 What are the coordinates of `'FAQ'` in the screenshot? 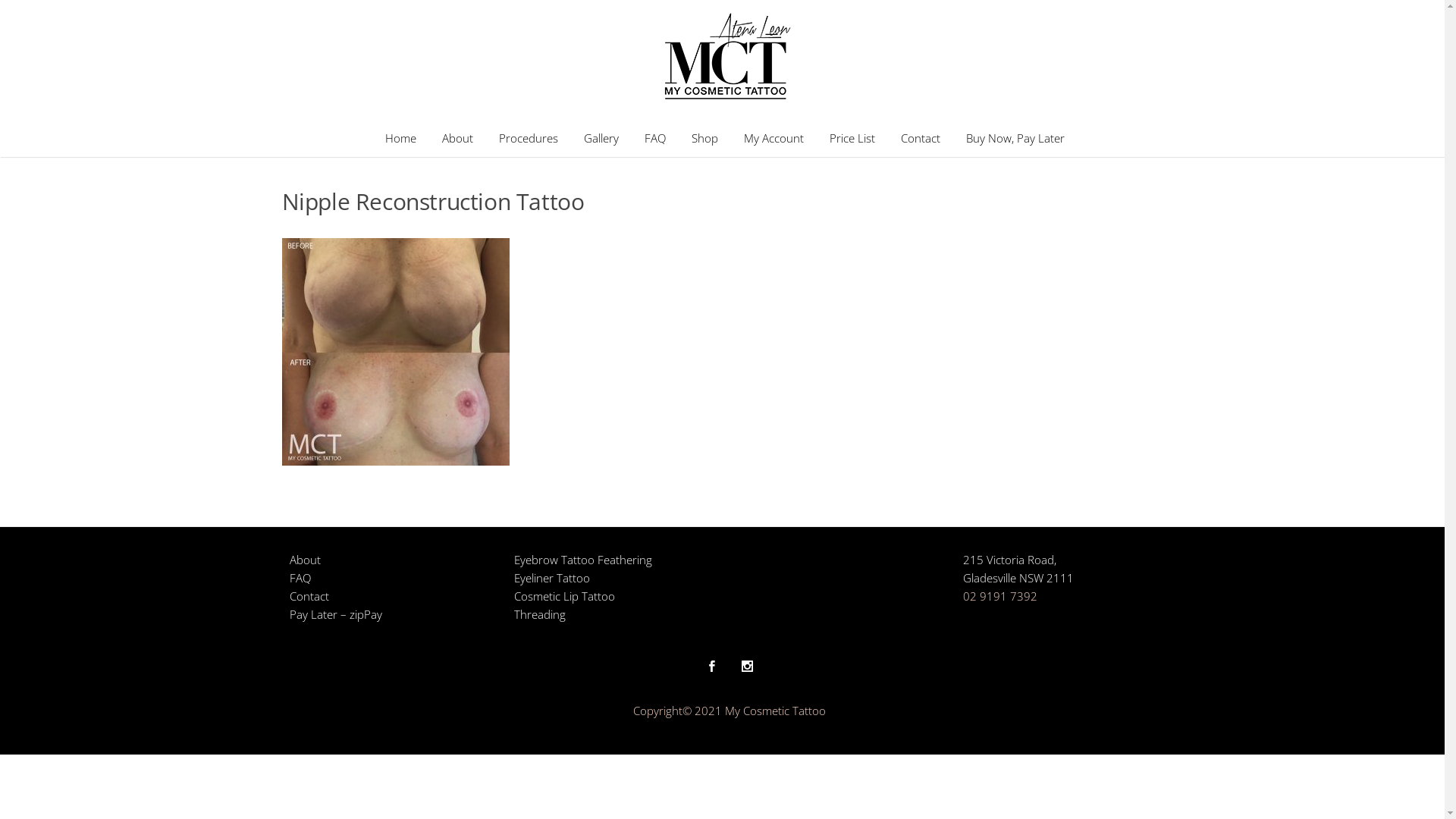 It's located at (300, 578).